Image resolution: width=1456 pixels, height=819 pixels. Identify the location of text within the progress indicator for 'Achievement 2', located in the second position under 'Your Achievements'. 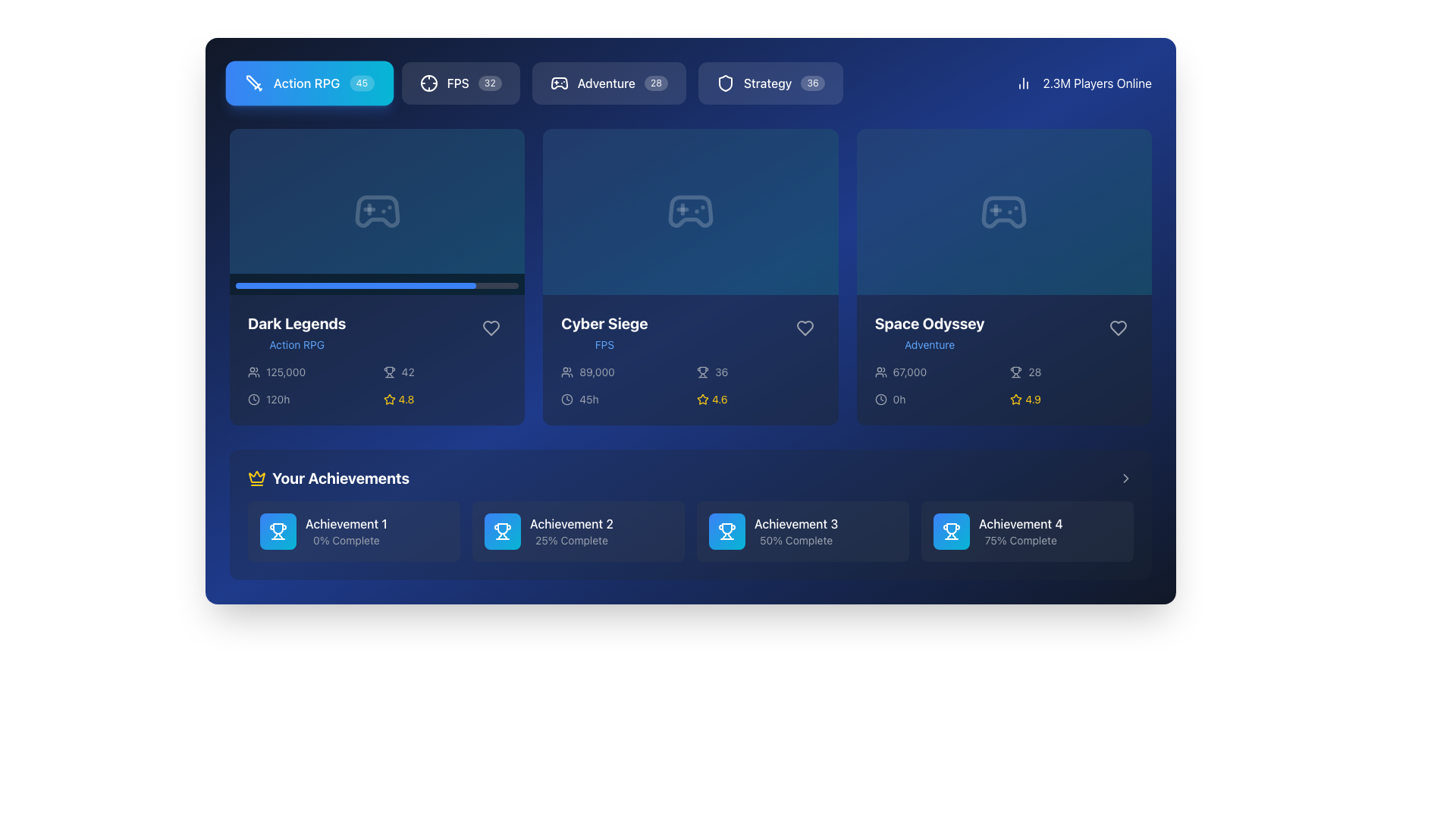
(570, 531).